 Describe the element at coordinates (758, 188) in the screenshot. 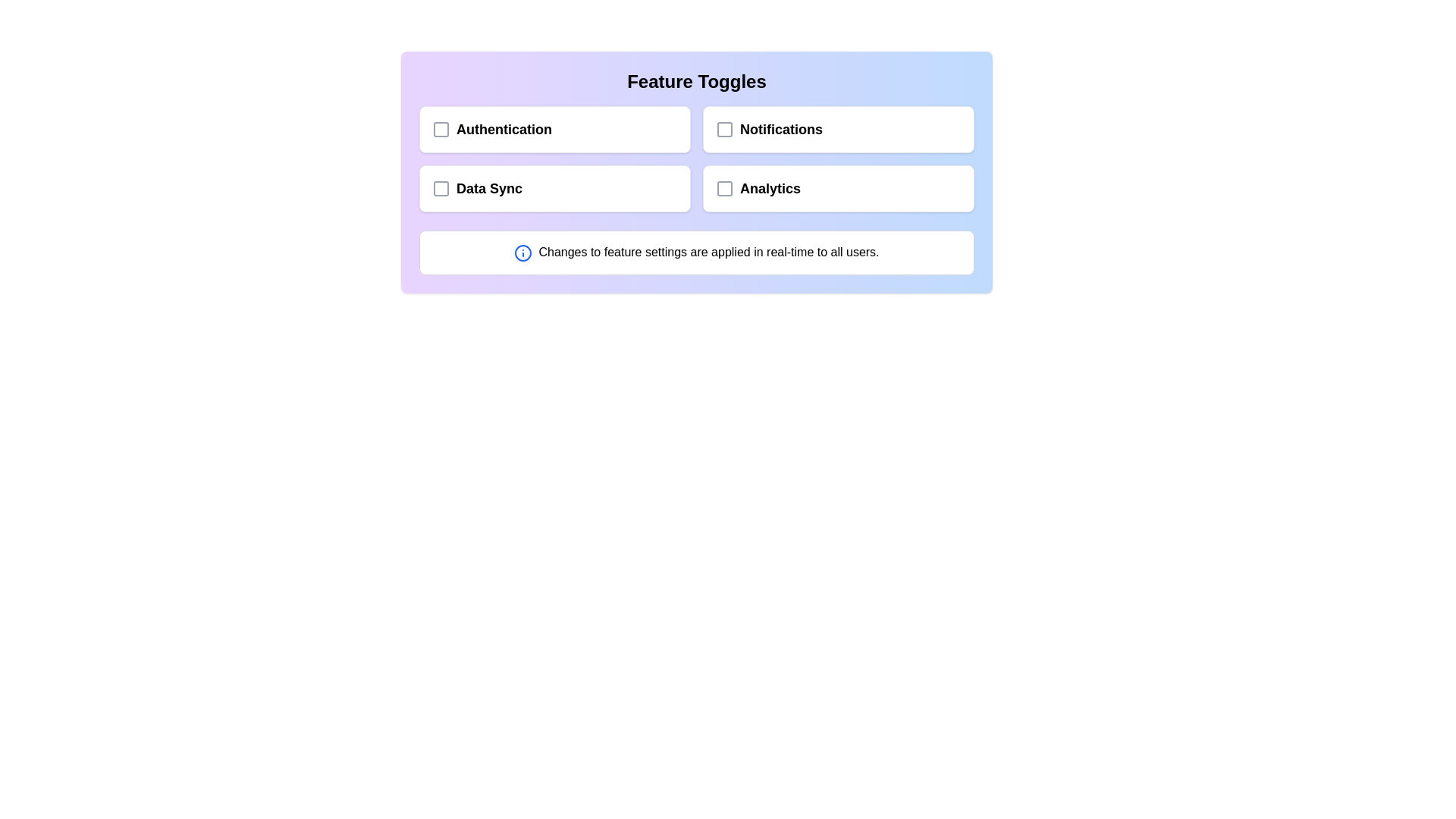

I see `the text label indicating the 'Analytics' feature, which is located in the bottom-right quadrant of the card layout under the 'Feature Toggles' title` at that location.